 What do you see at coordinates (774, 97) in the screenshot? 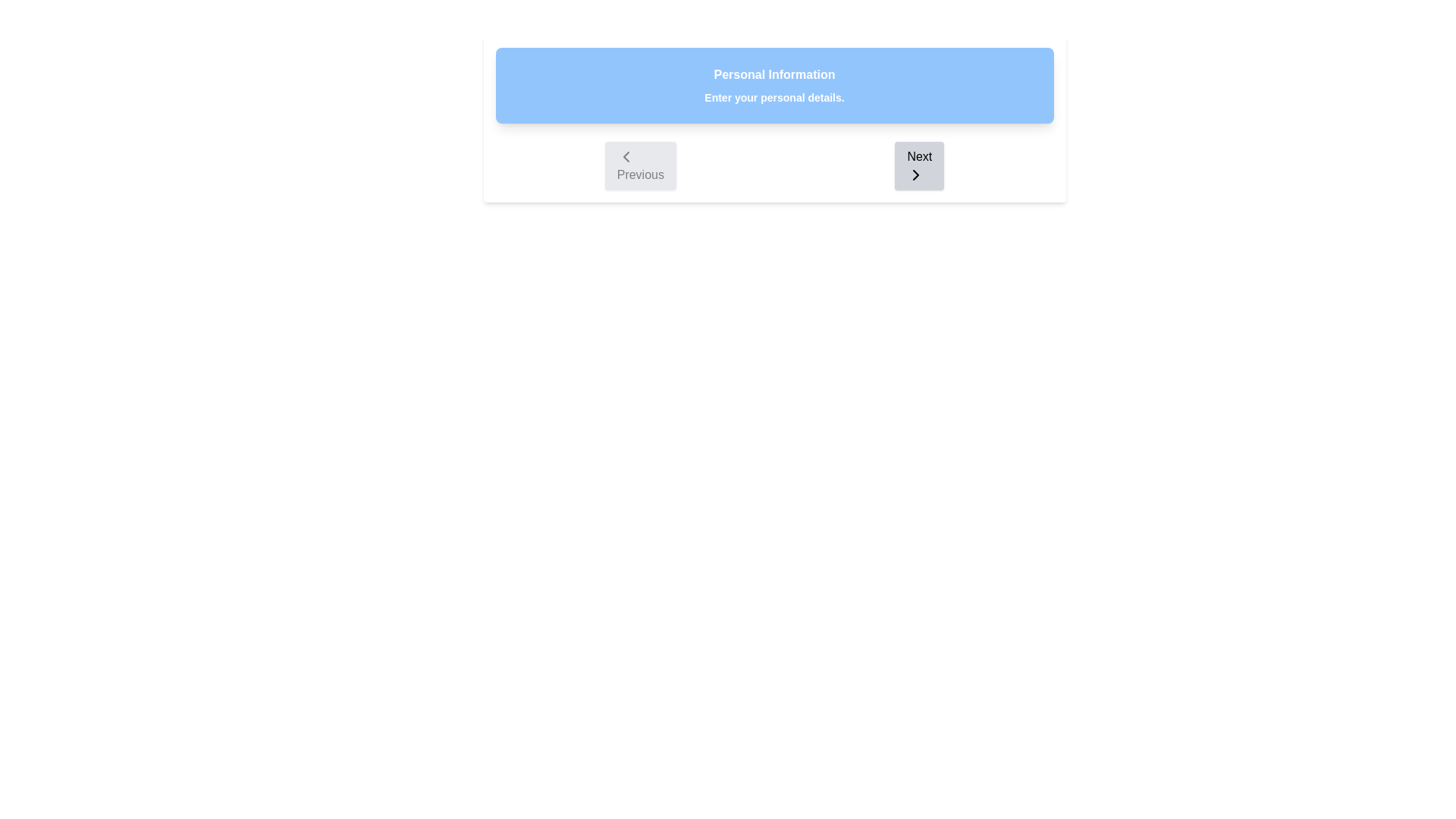
I see `the instruction text label for entering personal details, which is located below the header 'Personal Information' inside a blue background box` at bounding box center [774, 97].